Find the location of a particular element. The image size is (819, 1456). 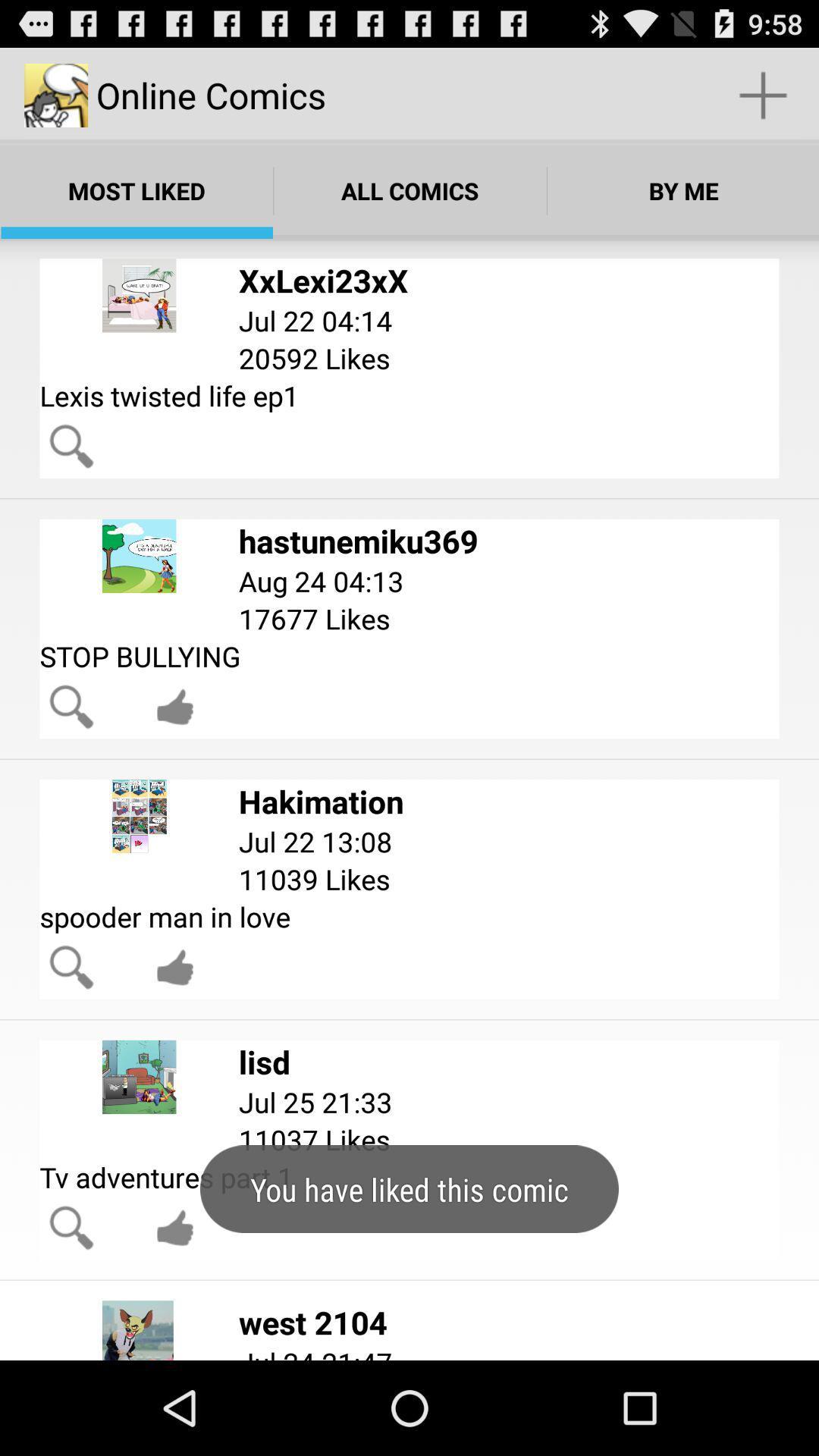

like comic is located at coordinates (174, 1228).